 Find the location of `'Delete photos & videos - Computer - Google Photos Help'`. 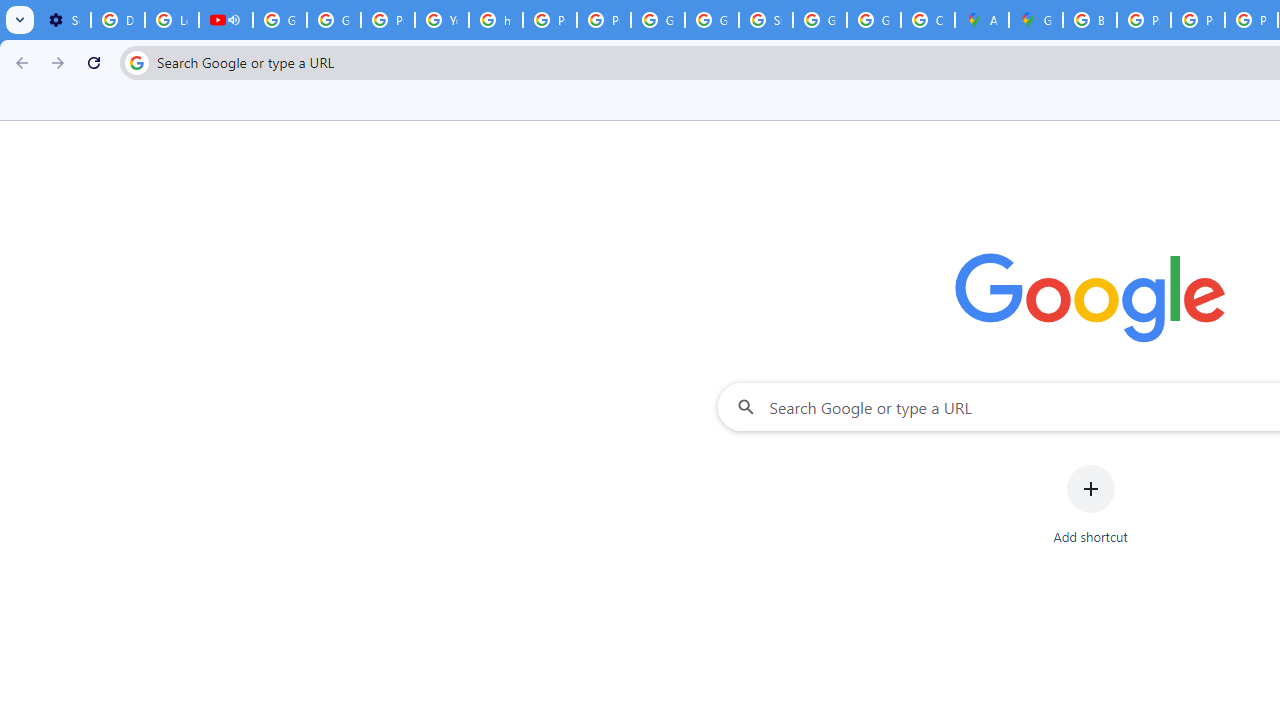

'Delete photos & videos - Computer - Google Photos Help' is located at coordinates (116, 20).